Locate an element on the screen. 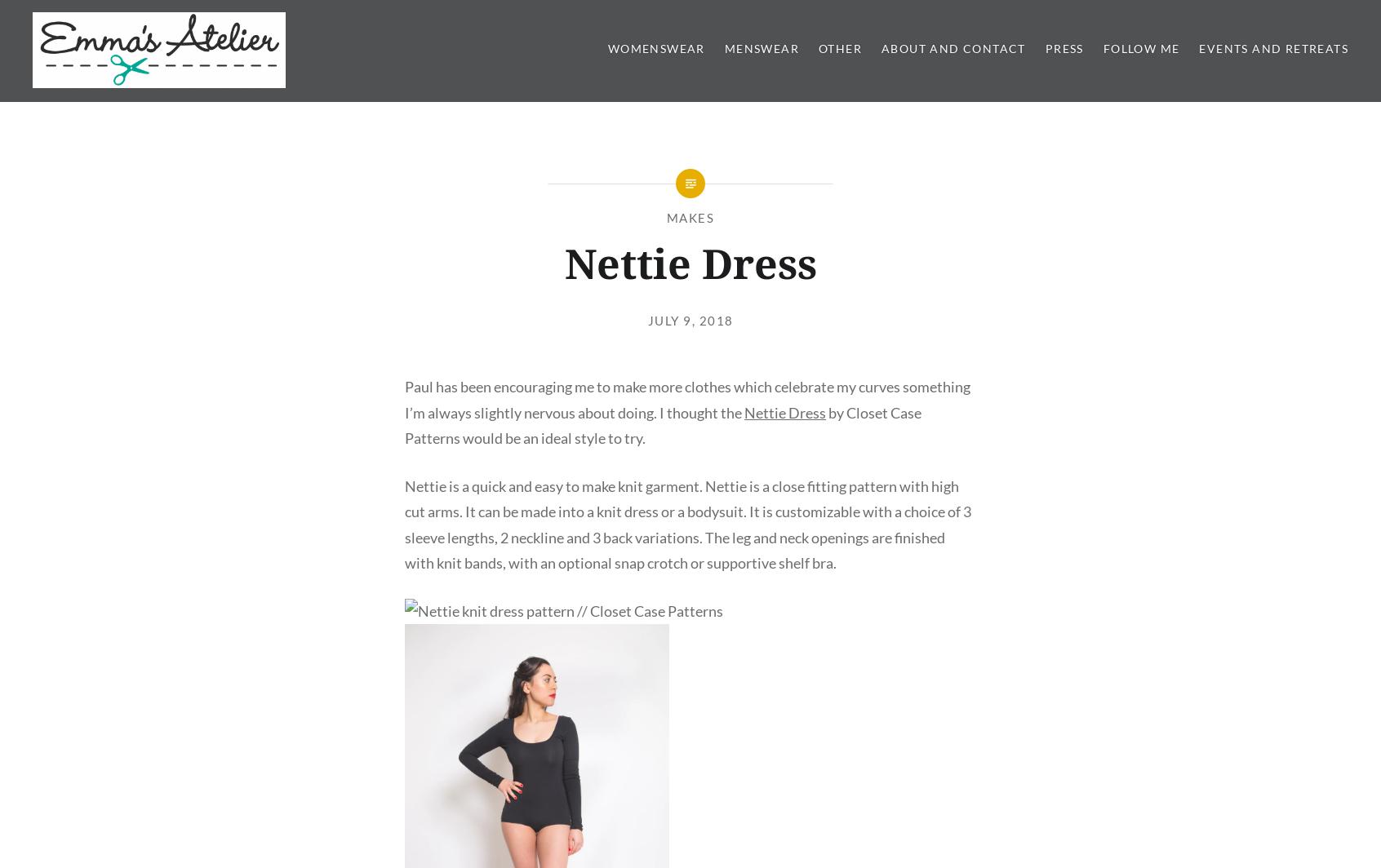  'Nettie is a quick and easy to make knit garment. Nettie is a close fitting pattern with high cut arms. It can be made into a knit dress or a bodysuit. It is customizable with a choice of 3 sleeve lengths, 2 neckline and 3 back variations. The leg and neck openings are finished with knit bands, with an optional snap crotch or supportive shelf bra.' is located at coordinates (687, 524).